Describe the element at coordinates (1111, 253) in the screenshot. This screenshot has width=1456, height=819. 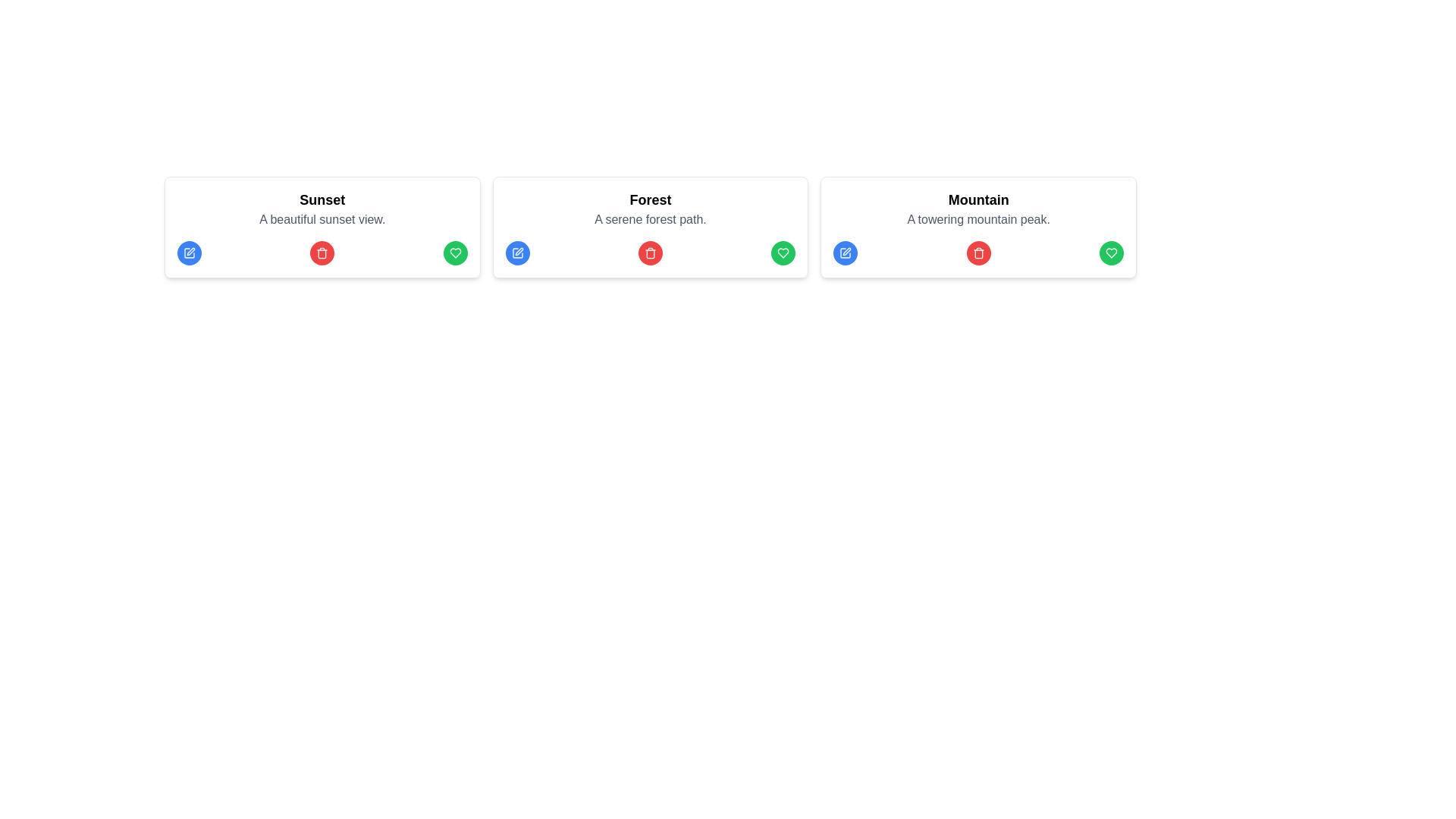
I see `the favorite button located in the bottom-right corner of the 'Mountain' card to mark the item as favorite` at that location.